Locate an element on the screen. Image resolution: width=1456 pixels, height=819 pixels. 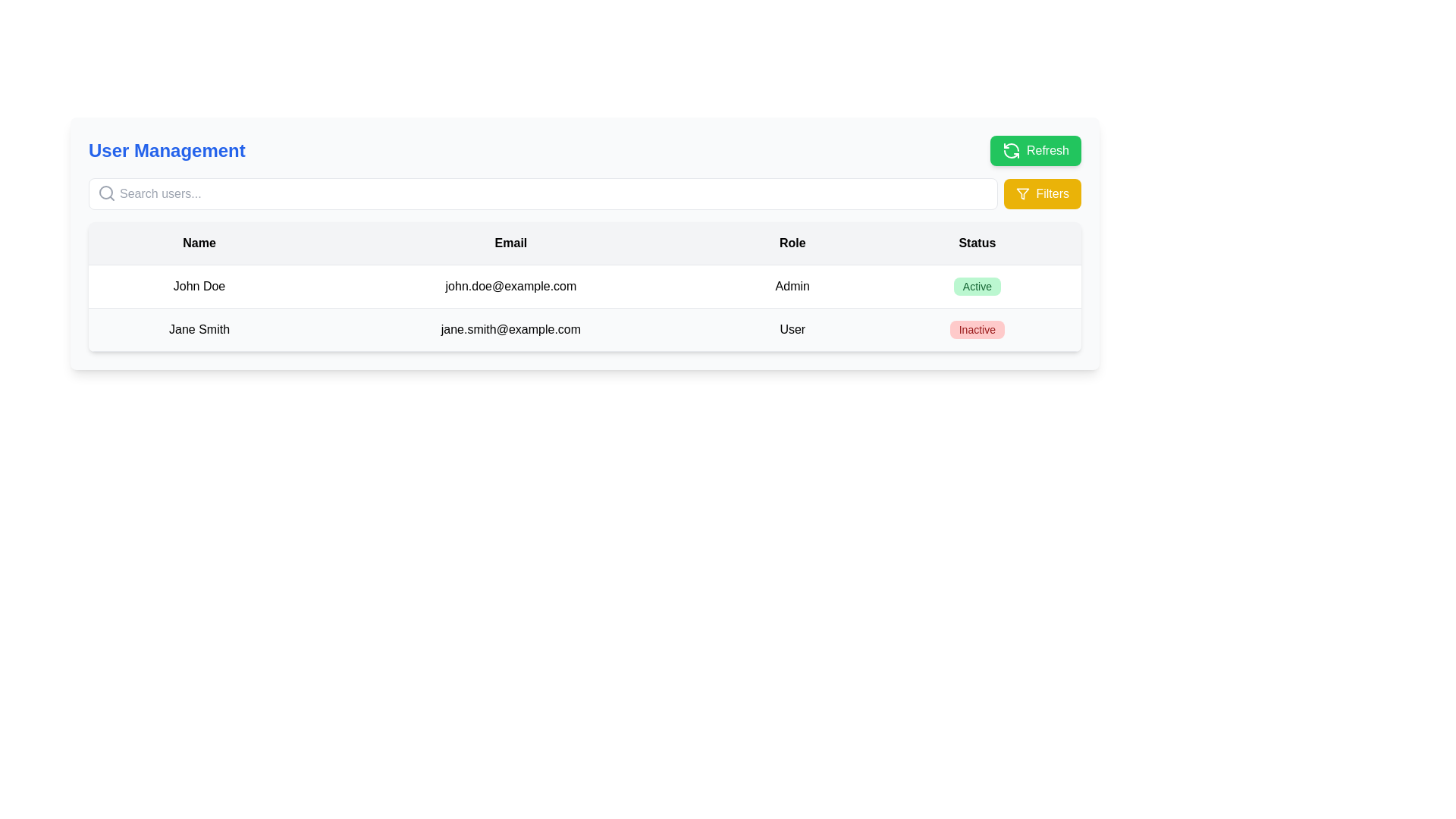
text in the Table Header Cell labeled 'Role', which is the third column header in the table is located at coordinates (792, 243).